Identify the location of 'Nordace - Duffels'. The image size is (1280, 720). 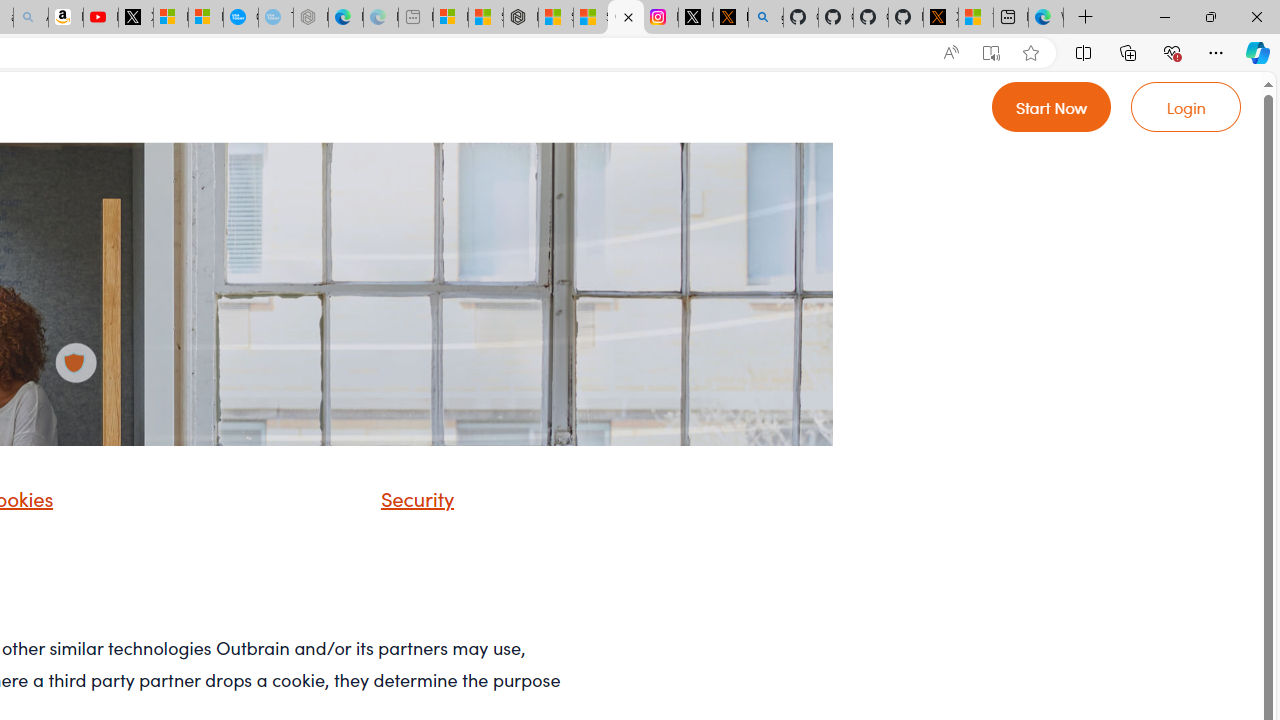
(520, 17).